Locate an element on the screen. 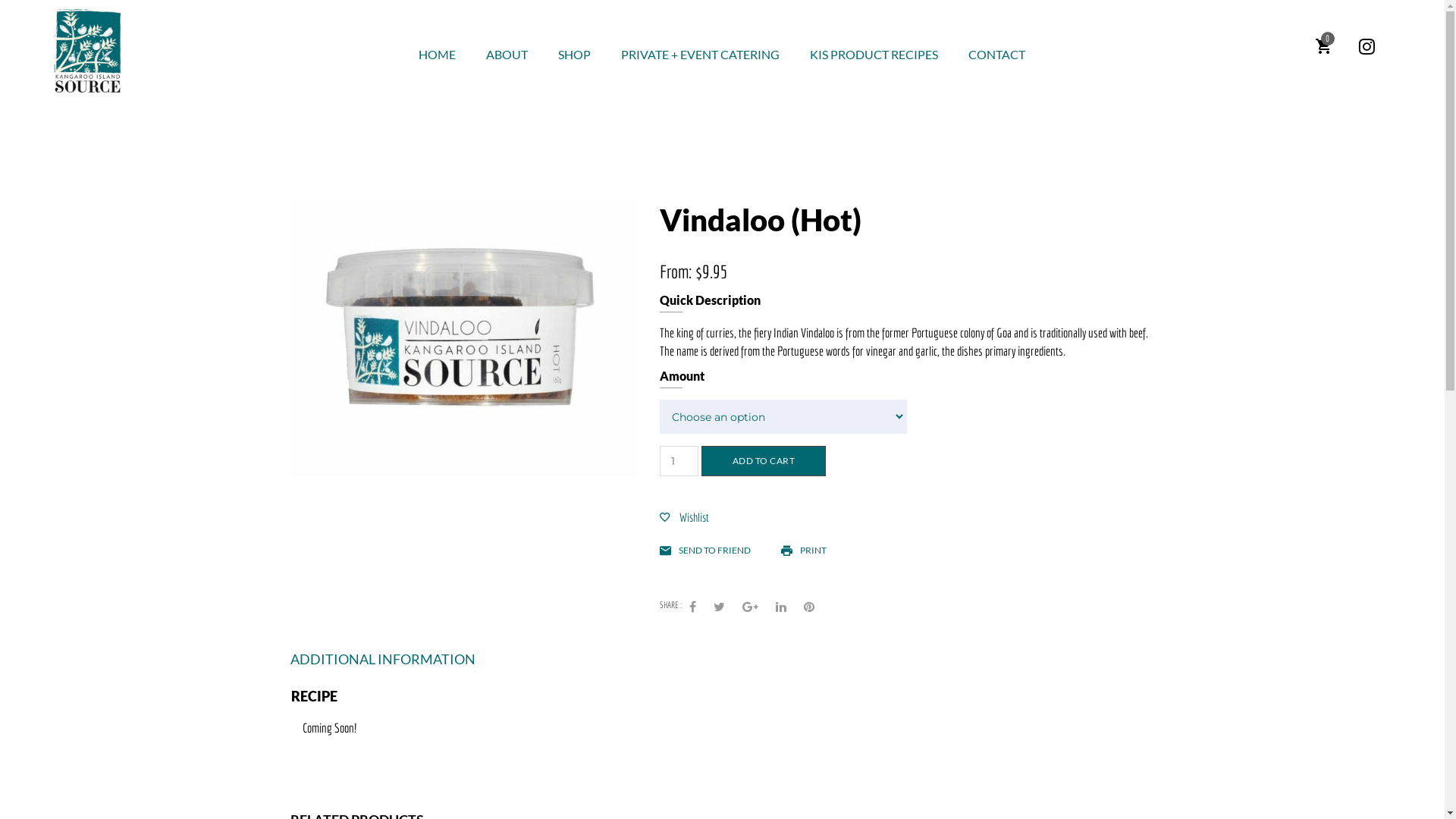 The width and height of the screenshot is (1456, 819). 'Qty' is located at coordinates (678, 460).